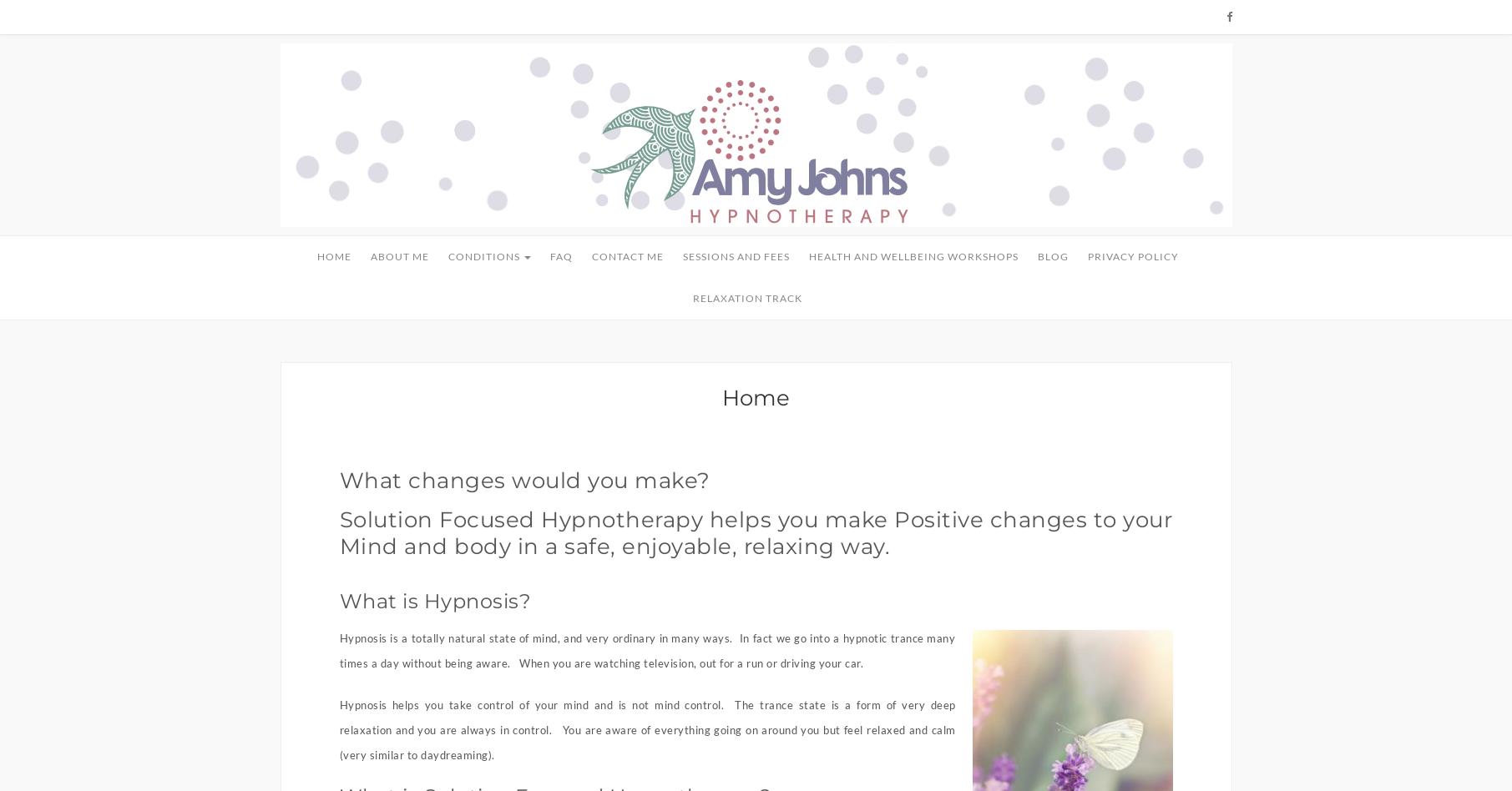 The width and height of the screenshot is (1512, 791). What do you see at coordinates (459, 575) in the screenshot?
I see `'Phobias'` at bounding box center [459, 575].